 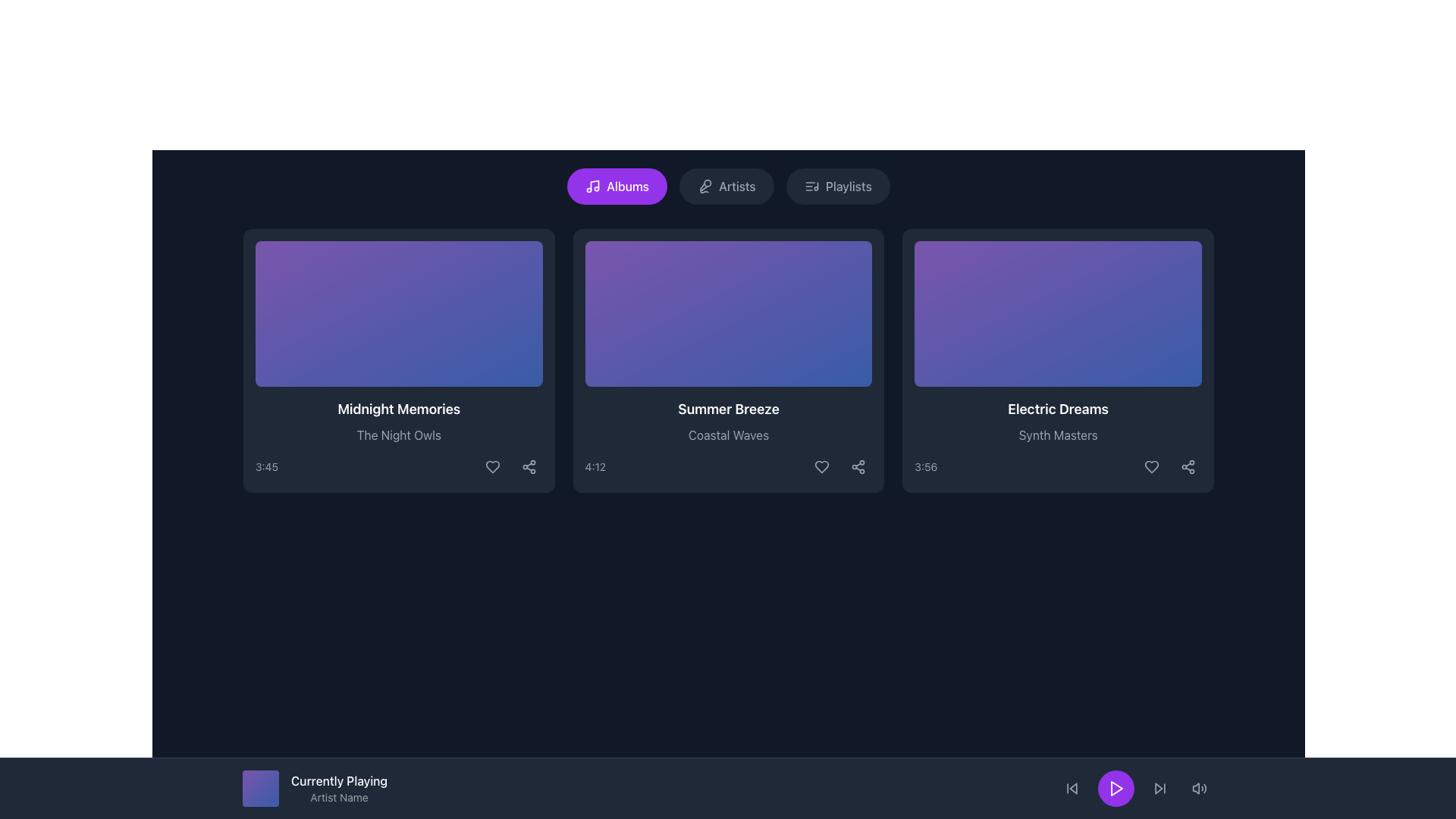 What do you see at coordinates (1072, 788) in the screenshot?
I see `the SVG icon styled as a button located at the bottom control bar's left-most position to skip backward in media playback` at bounding box center [1072, 788].